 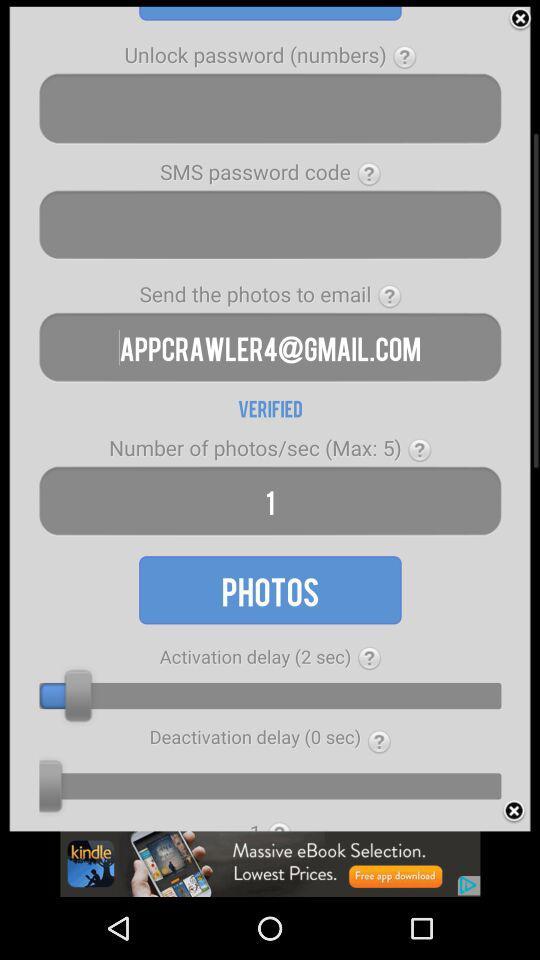 What do you see at coordinates (389, 295) in the screenshot?
I see `open information about the entry` at bounding box center [389, 295].